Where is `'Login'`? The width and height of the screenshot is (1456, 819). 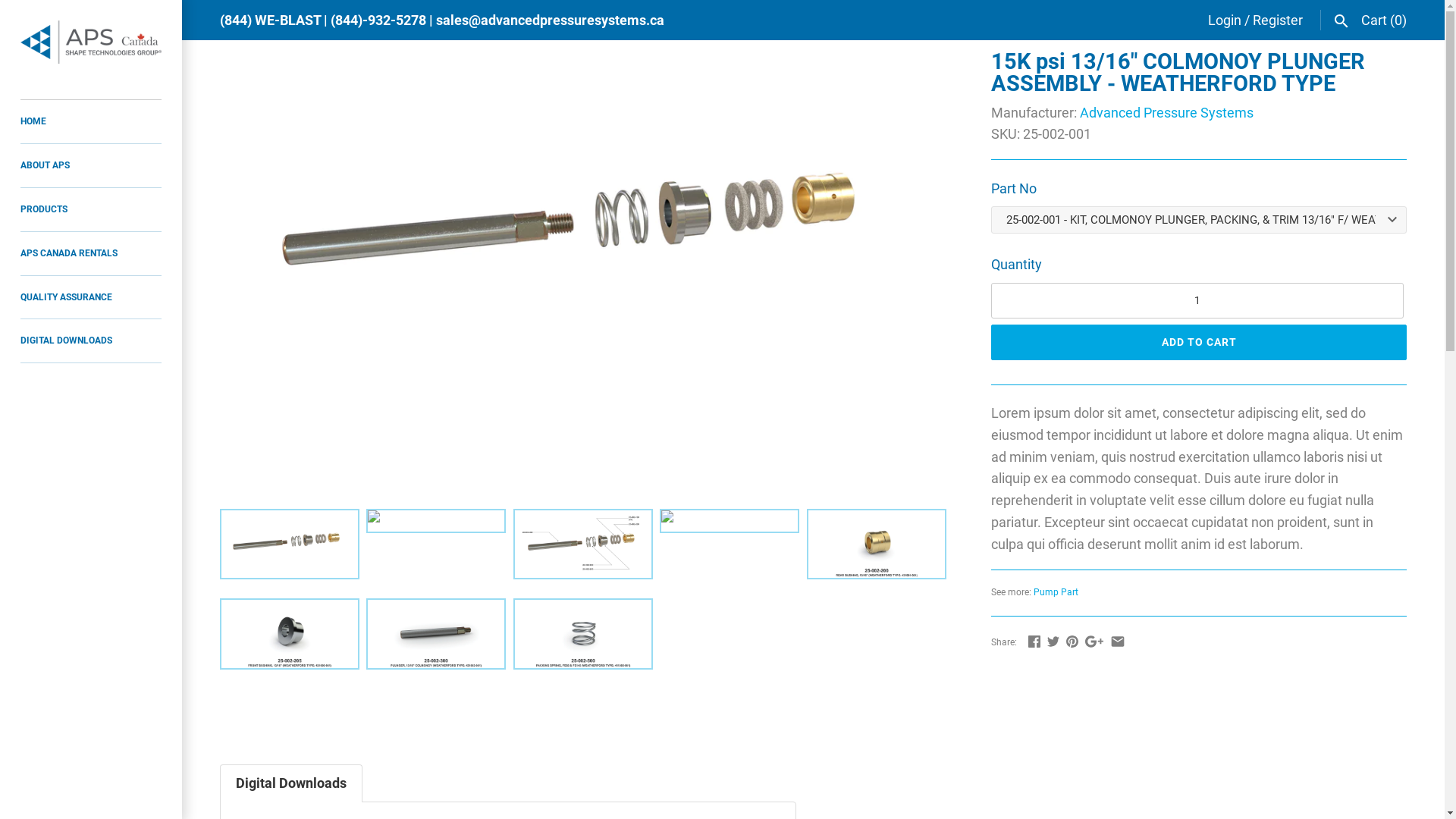 'Login' is located at coordinates (1224, 20).